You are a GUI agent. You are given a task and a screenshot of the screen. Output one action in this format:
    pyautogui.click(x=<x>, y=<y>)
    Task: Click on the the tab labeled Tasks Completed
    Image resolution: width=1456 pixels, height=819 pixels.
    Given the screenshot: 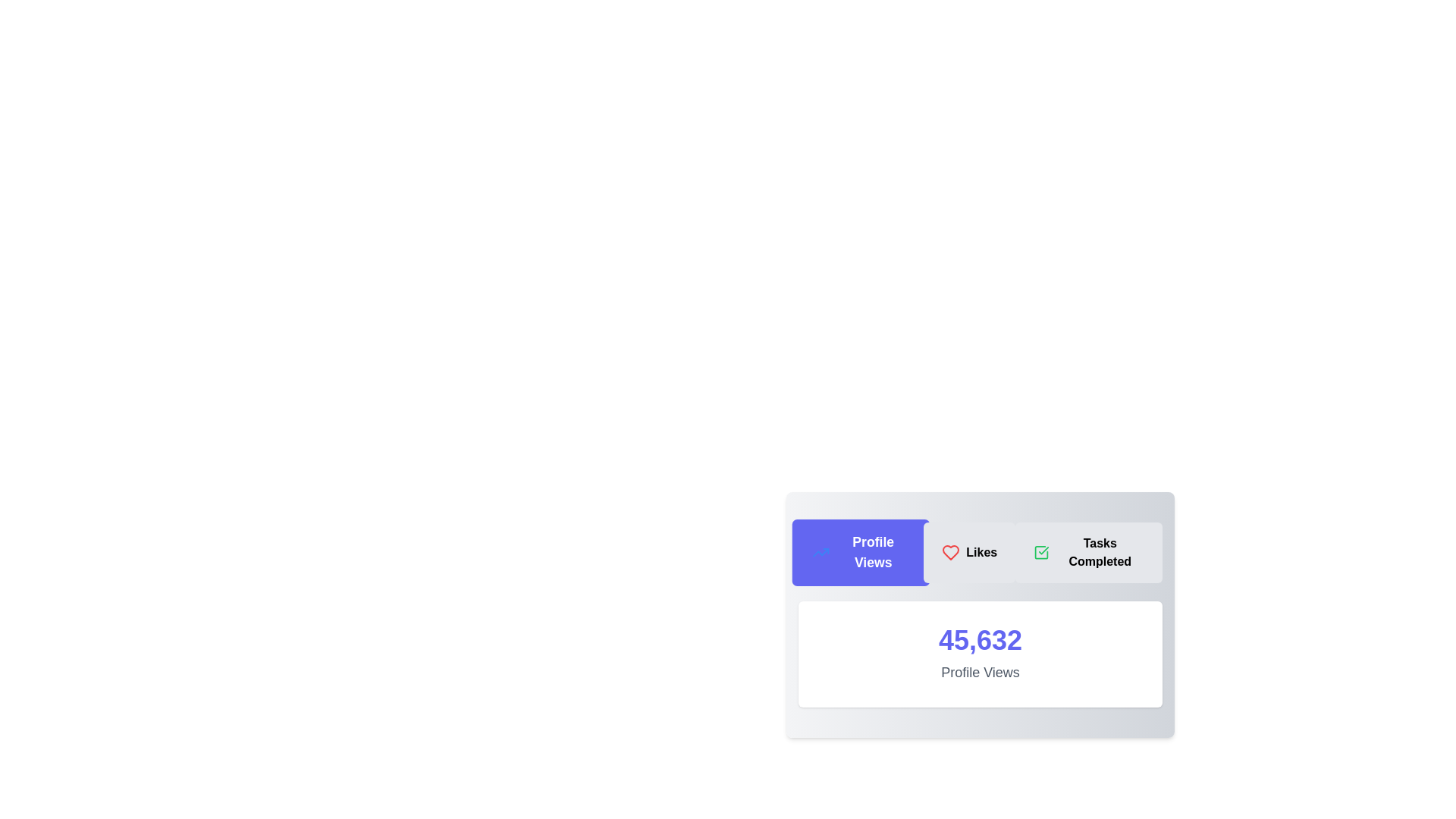 What is the action you would take?
    pyautogui.click(x=1088, y=553)
    